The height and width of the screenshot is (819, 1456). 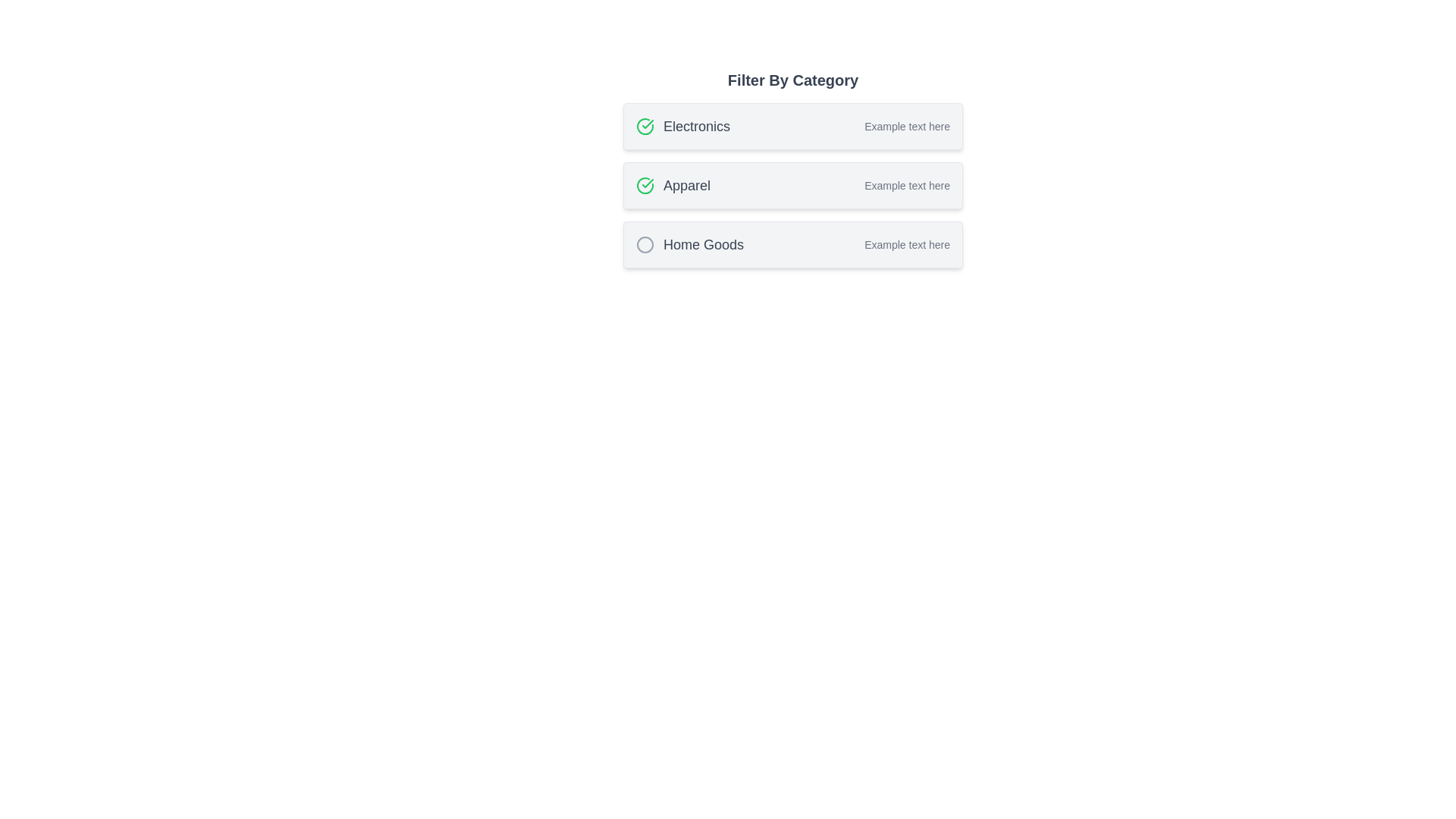 What do you see at coordinates (645, 185) in the screenshot?
I see `the green circular indicator icon with a checkmark, which is located next to the text 'Apparel' in the category filter list` at bounding box center [645, 185].